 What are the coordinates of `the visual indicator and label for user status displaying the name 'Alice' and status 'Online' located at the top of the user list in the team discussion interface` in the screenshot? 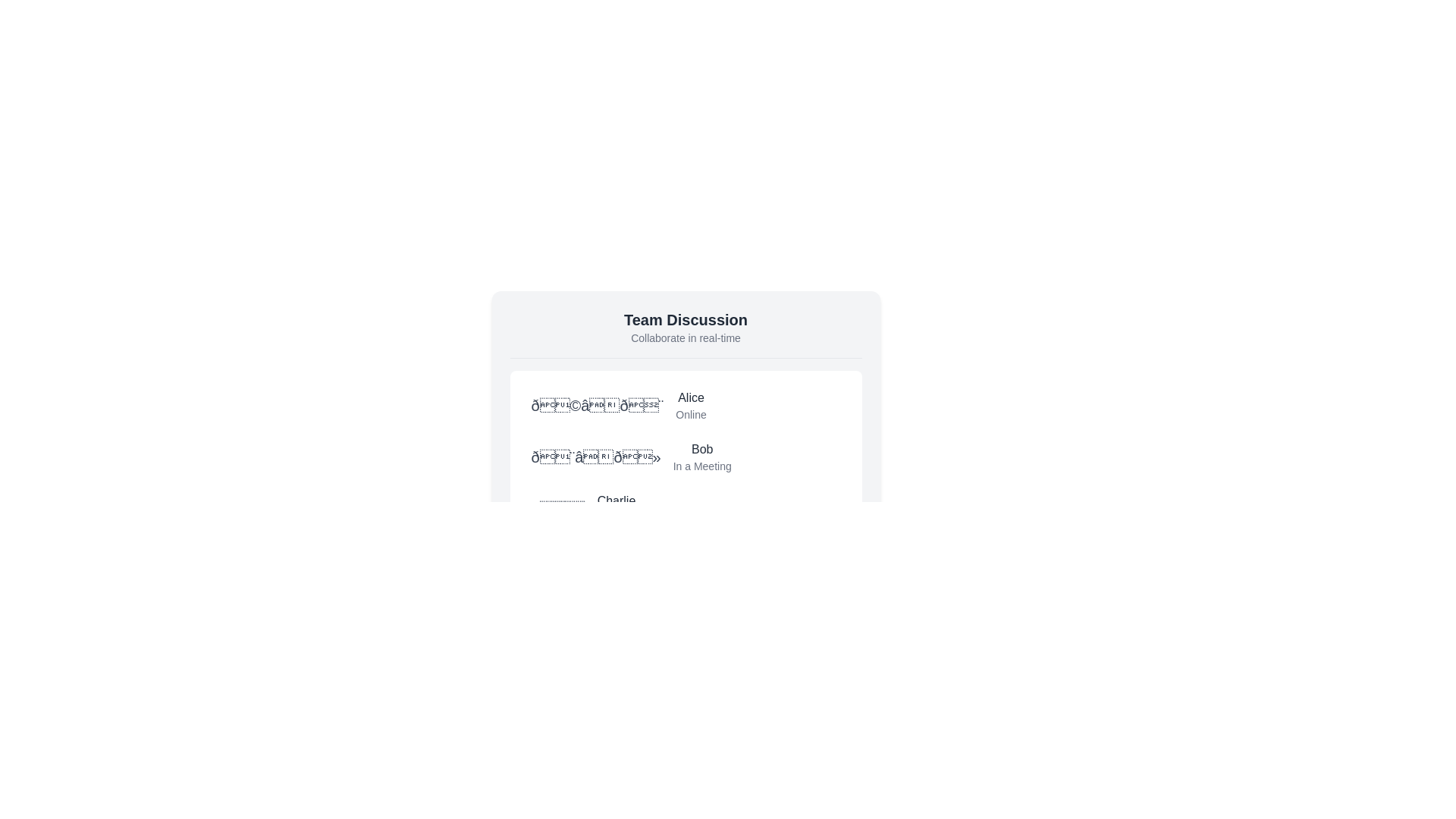 It's located at (685, 405).